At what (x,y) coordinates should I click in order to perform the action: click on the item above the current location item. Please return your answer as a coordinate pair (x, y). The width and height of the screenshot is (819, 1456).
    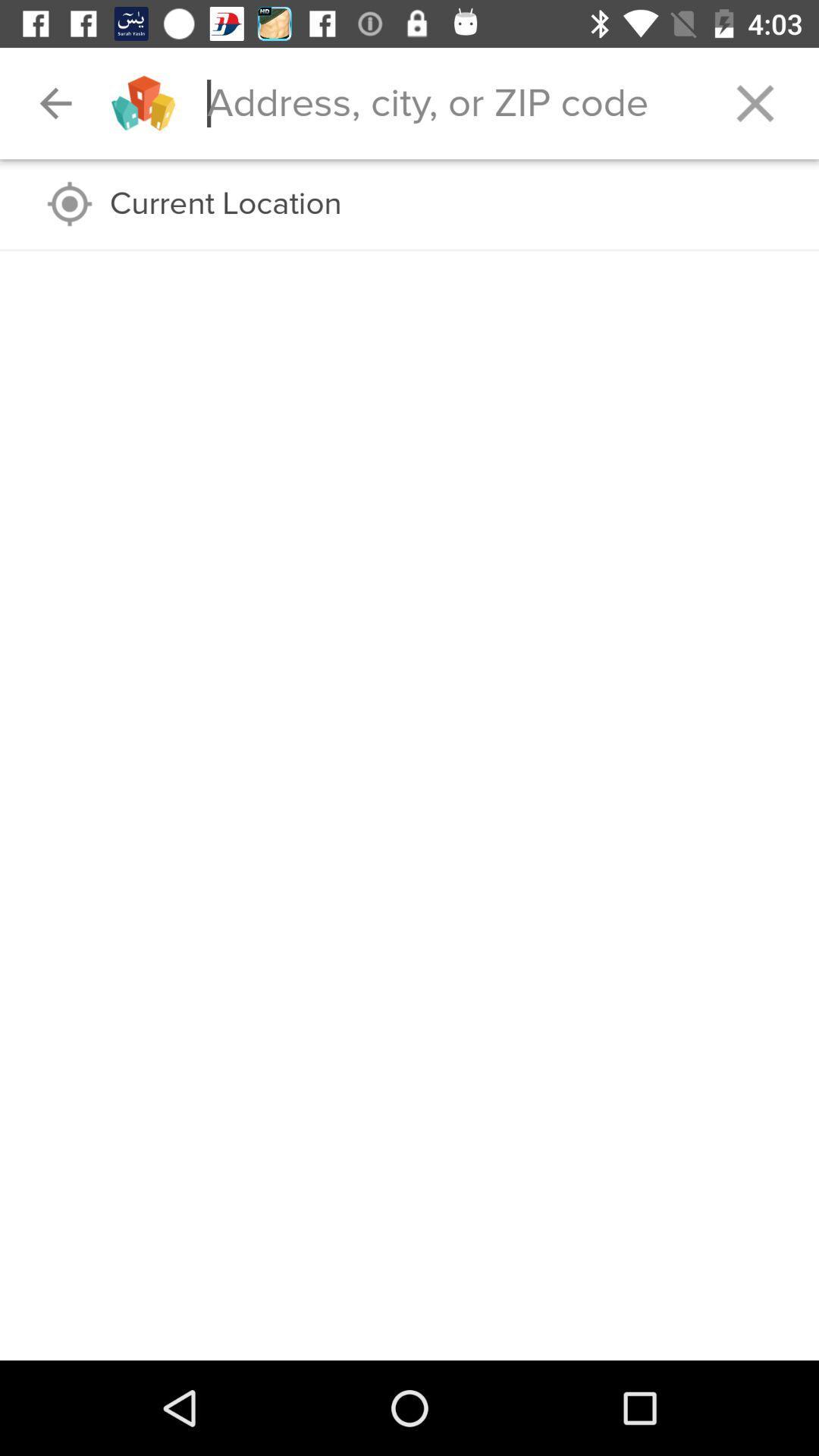
    Looking at the image, I should click on (55, 102).